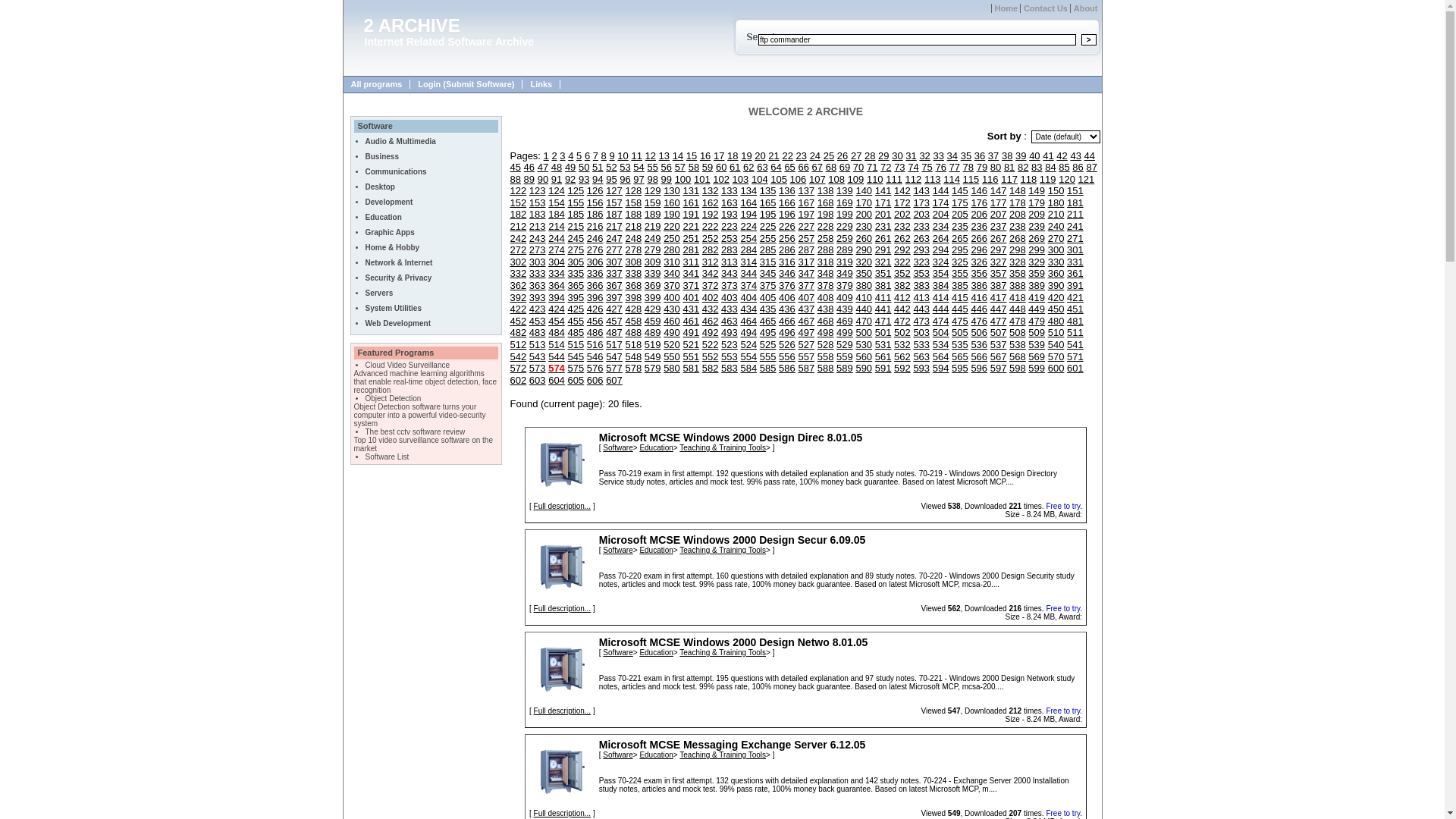  What do you see at coordinates (1055, 285) in the screenshot?
I see `'390'` at bounding box center [1055, 285].